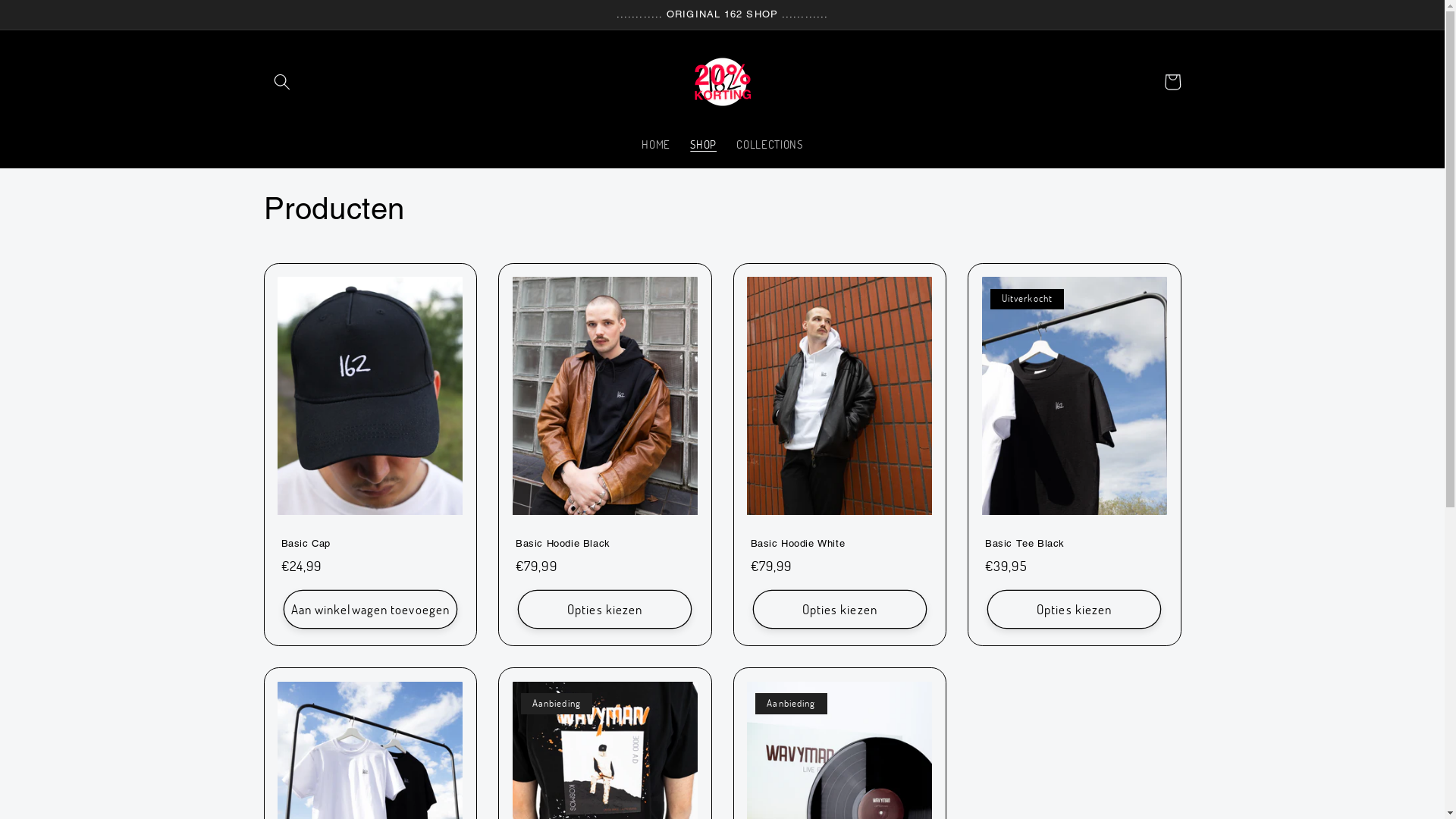  I want to click on 'HOME', so click(655, 145).